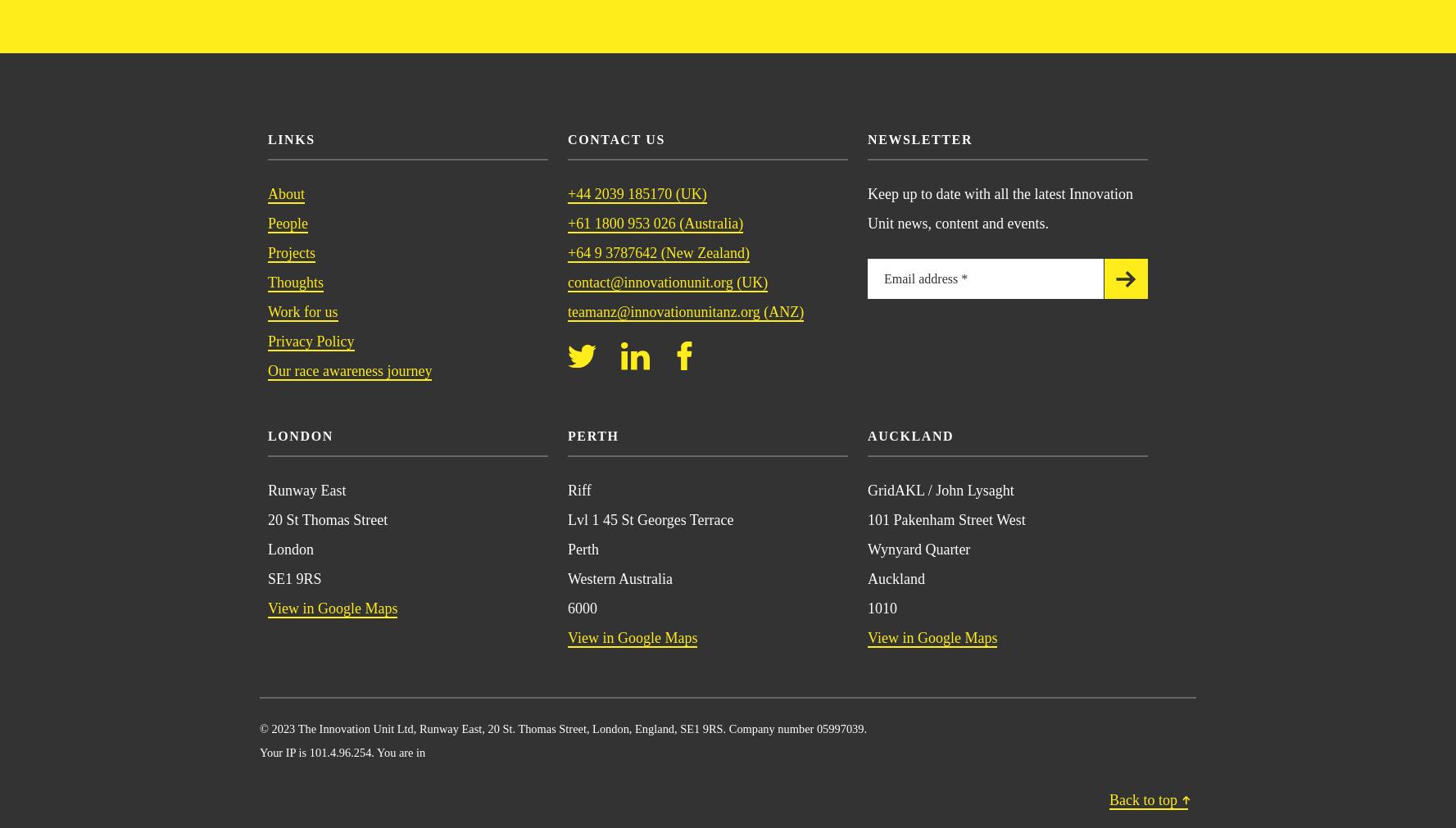 This screenshot has width=1456, height=828. Describe the element at coordinates (919, 138) in the screenshot. I see `'Newsletter'` at that location.